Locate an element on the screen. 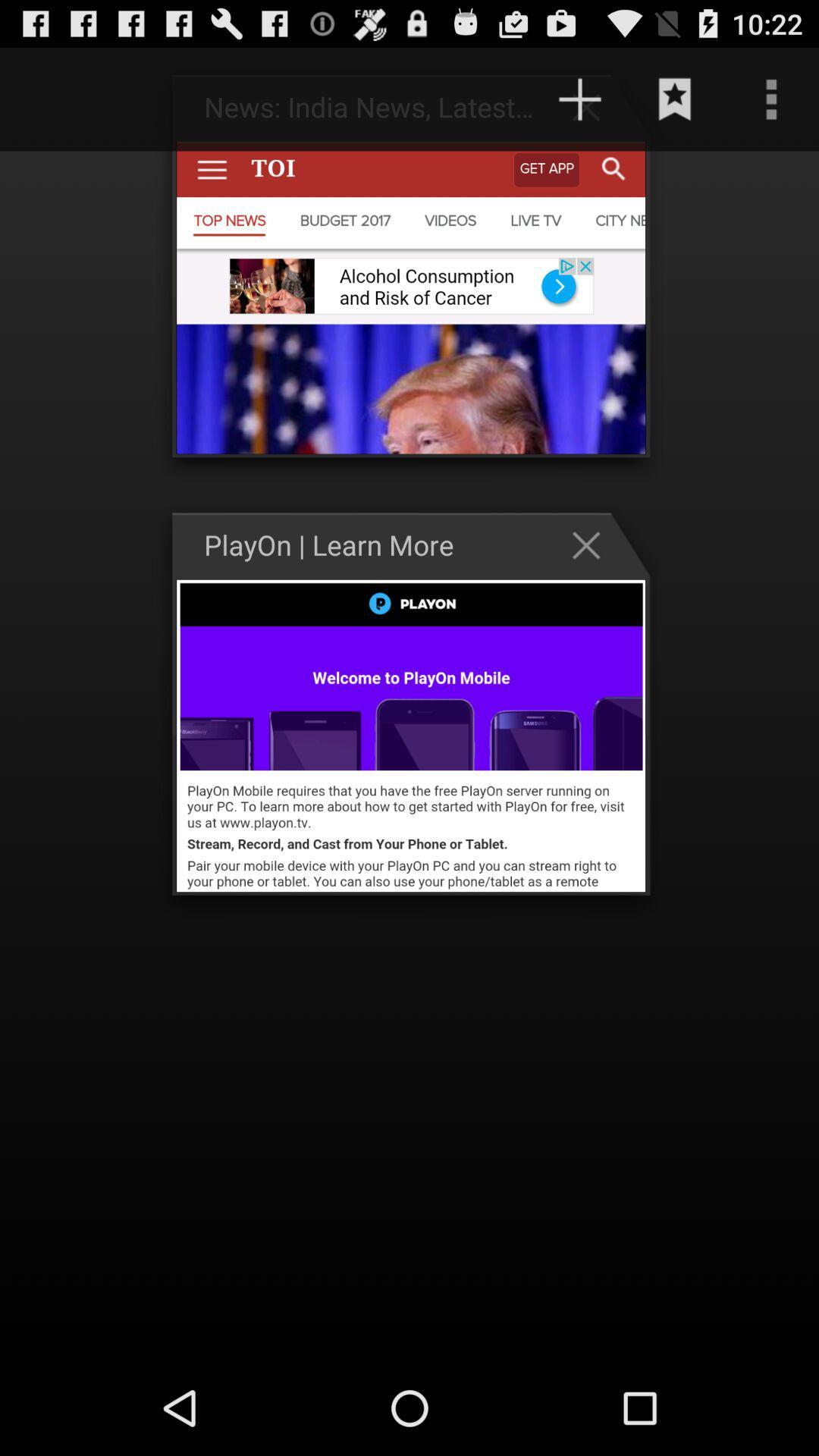 The image size is (819, 1456). the add icon is located at coordinates (593, 113).